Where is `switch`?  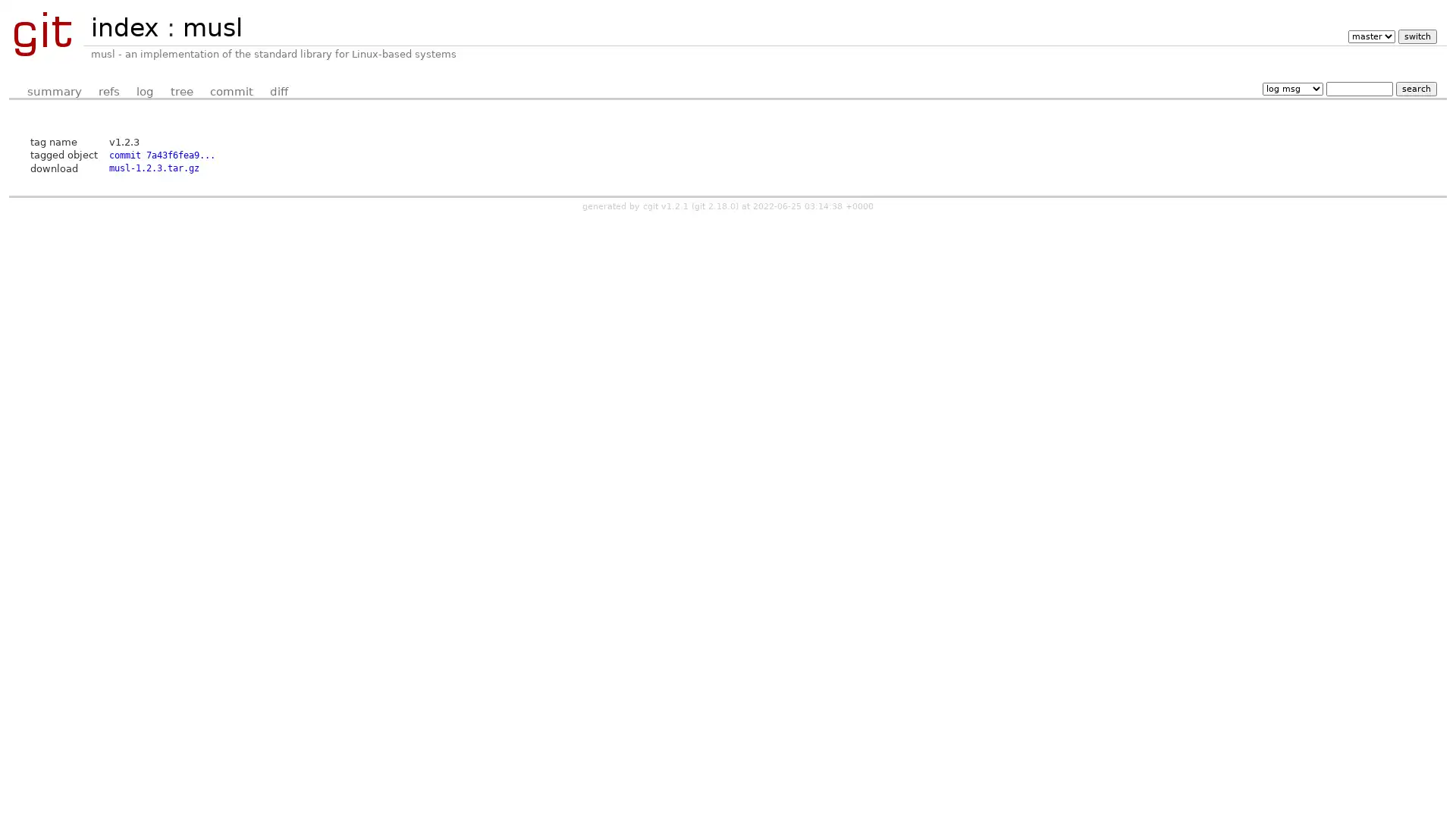
switch is located at coordinates (1416, 36).